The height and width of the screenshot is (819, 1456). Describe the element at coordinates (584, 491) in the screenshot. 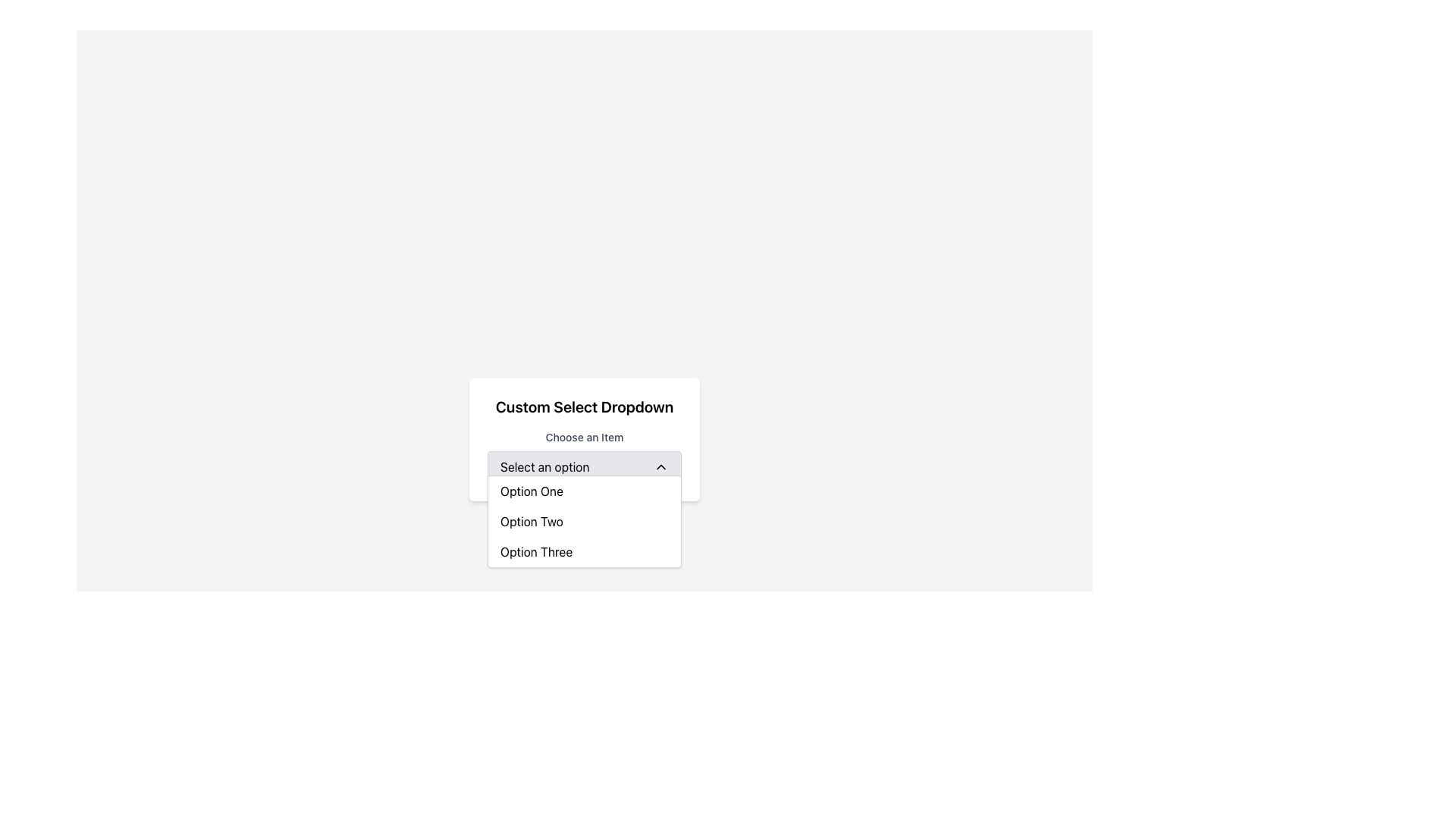

I see `the dropdown menu item labeled 'Option One' to trigger the hover effect` at that location.